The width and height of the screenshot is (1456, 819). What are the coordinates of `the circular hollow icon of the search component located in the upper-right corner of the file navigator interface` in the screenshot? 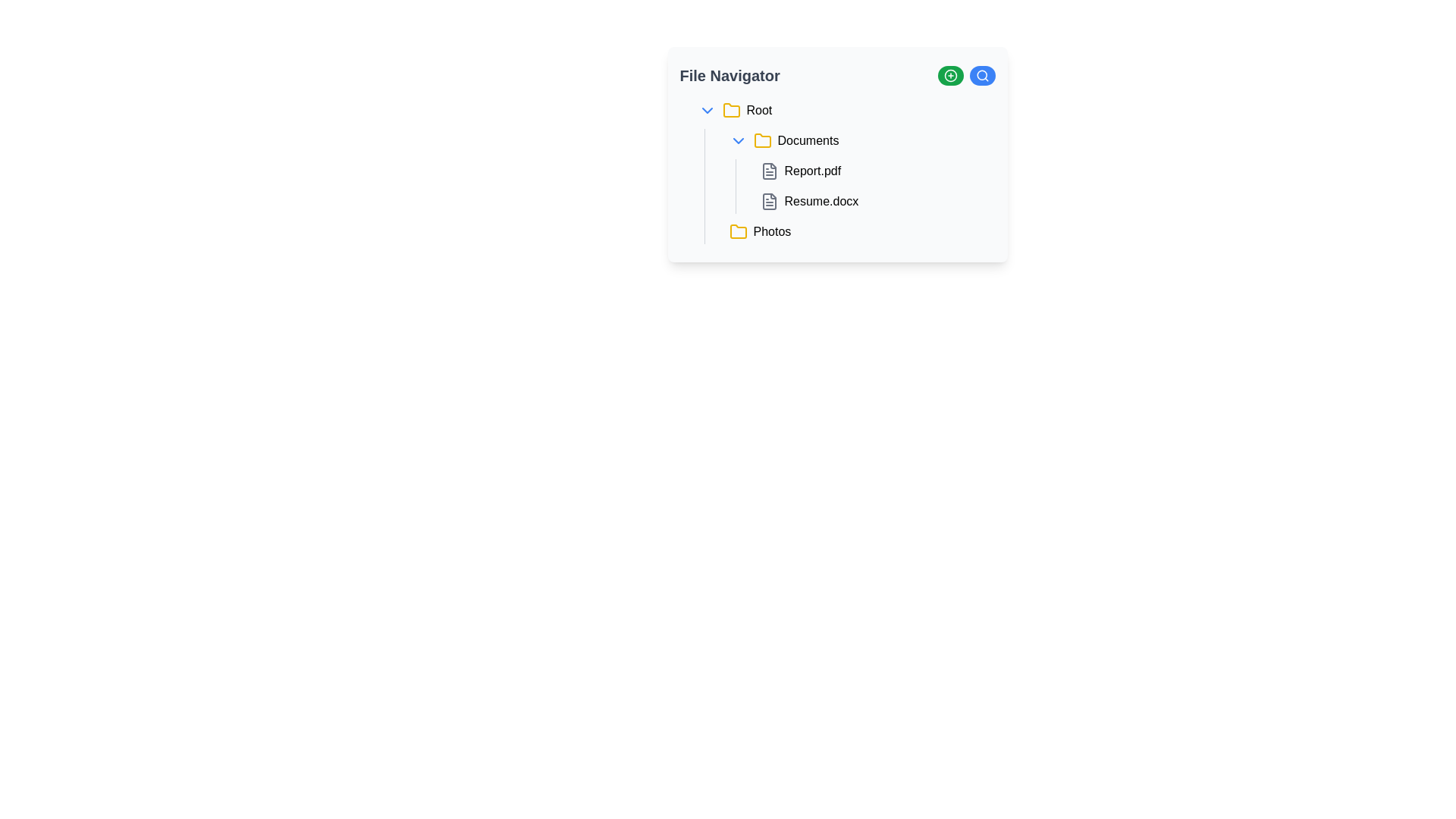 It's located at (981, 75).